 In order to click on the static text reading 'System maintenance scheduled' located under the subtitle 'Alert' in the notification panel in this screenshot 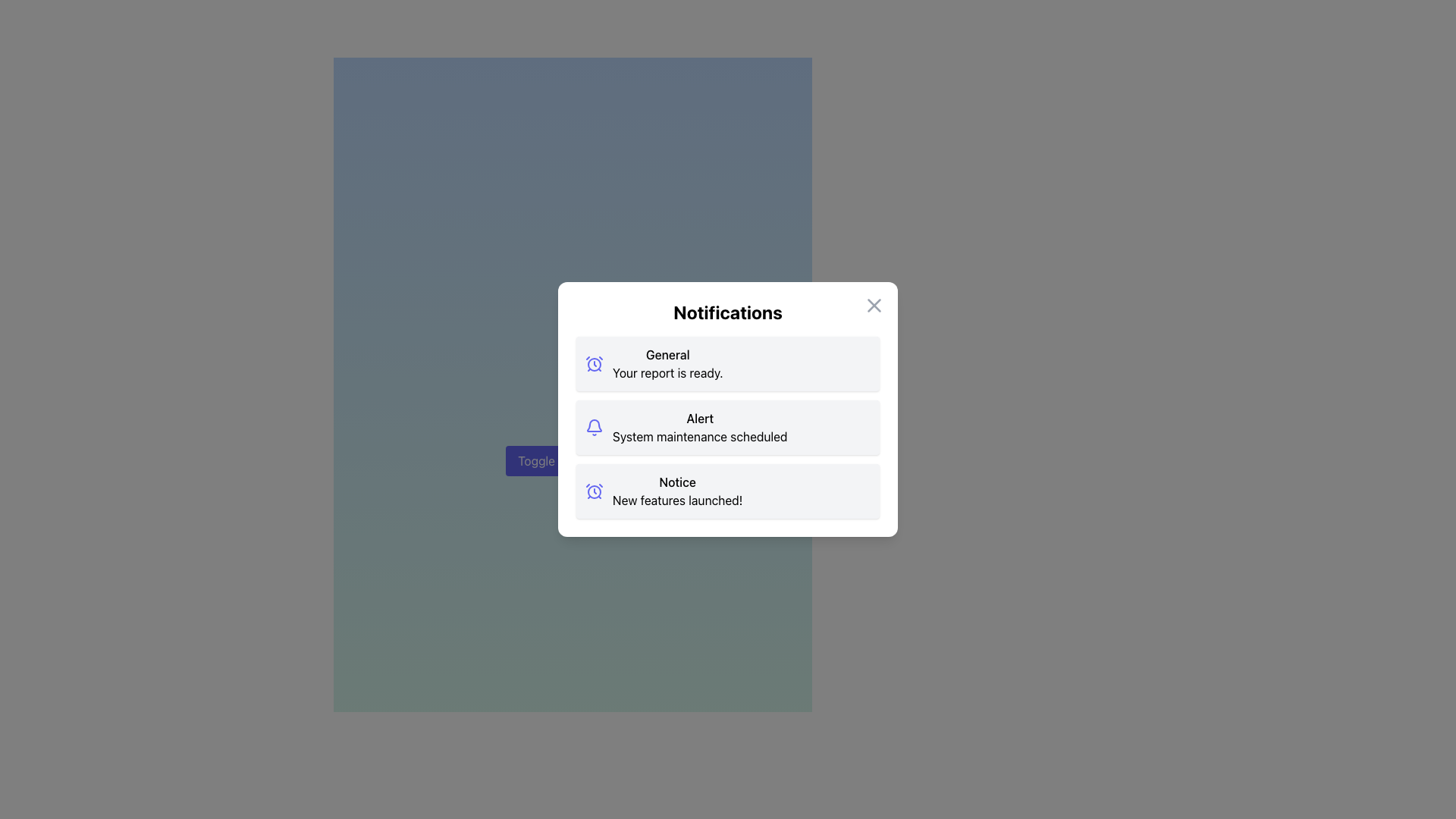, I will do `click(699, 436)`.